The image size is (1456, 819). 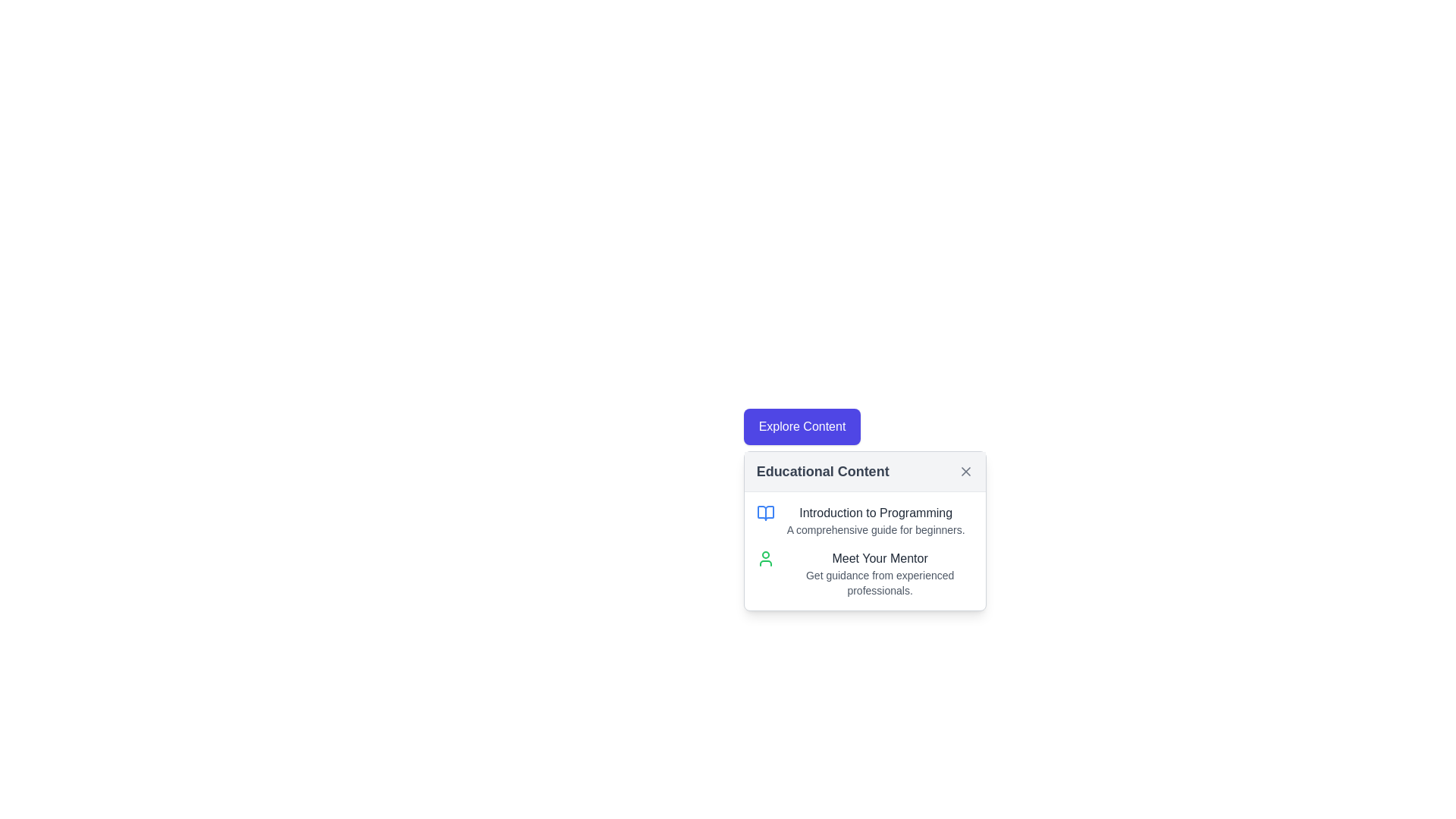 I want to click on the user icon with a green outline located in the second row of the 'Educational Content' section, next to the 'Meet Your Mentor' text, so click(x=765, y=558).